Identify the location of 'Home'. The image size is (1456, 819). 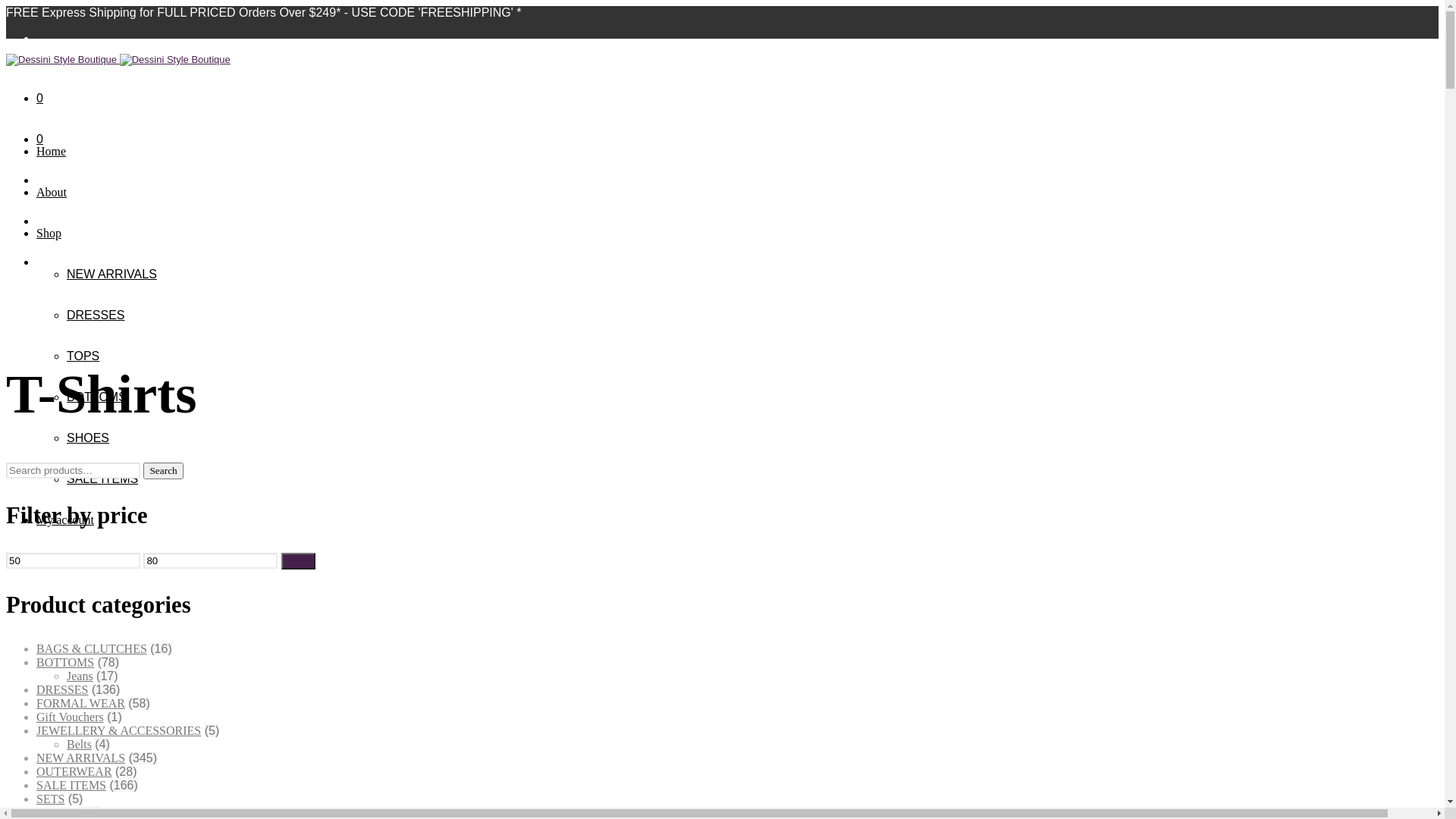
(51, 151).